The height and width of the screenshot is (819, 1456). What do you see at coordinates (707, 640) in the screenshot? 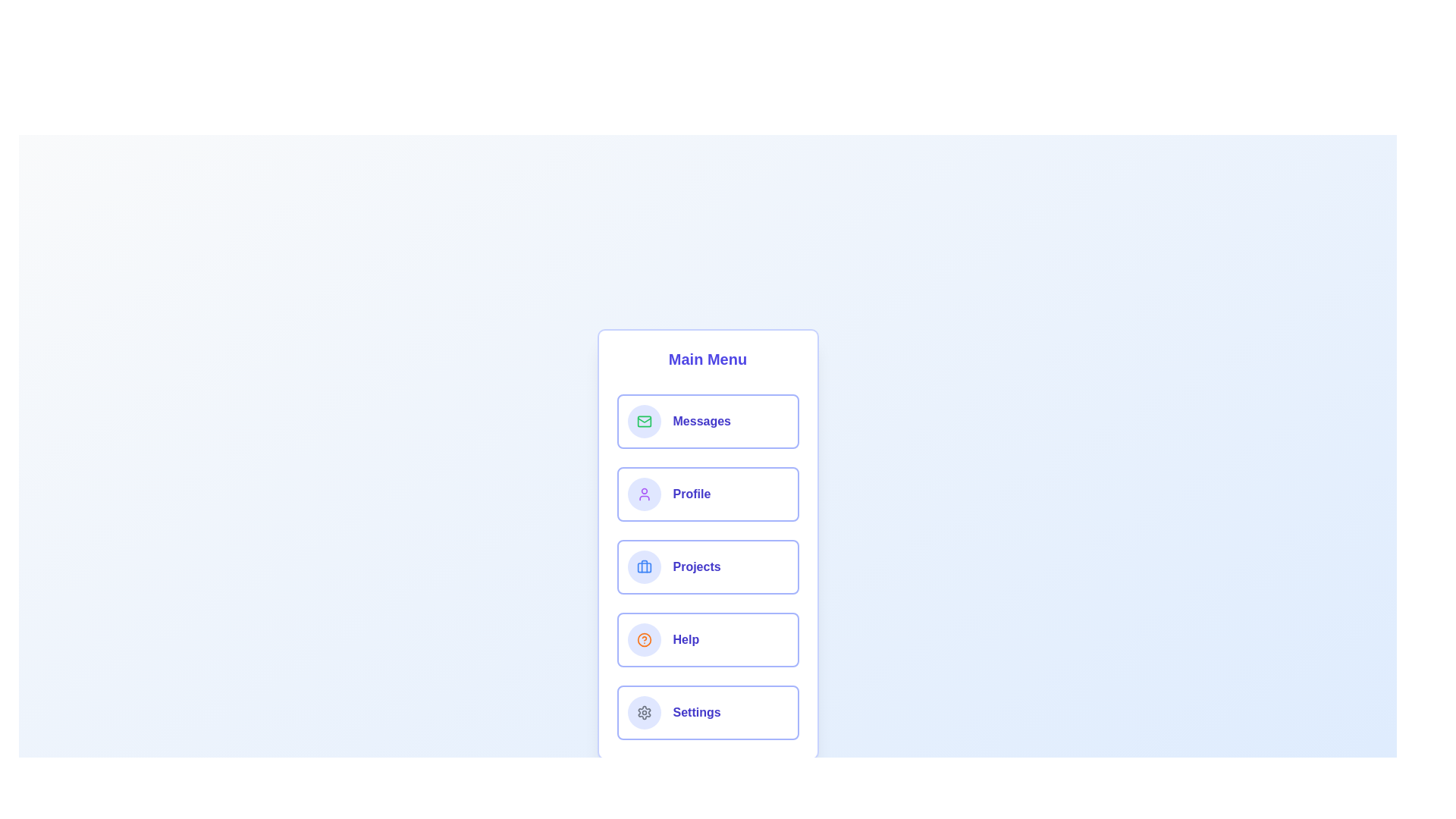
I see `the menu item labeled 'Help' to observe the hover effect` at bounding box center [707, 640].